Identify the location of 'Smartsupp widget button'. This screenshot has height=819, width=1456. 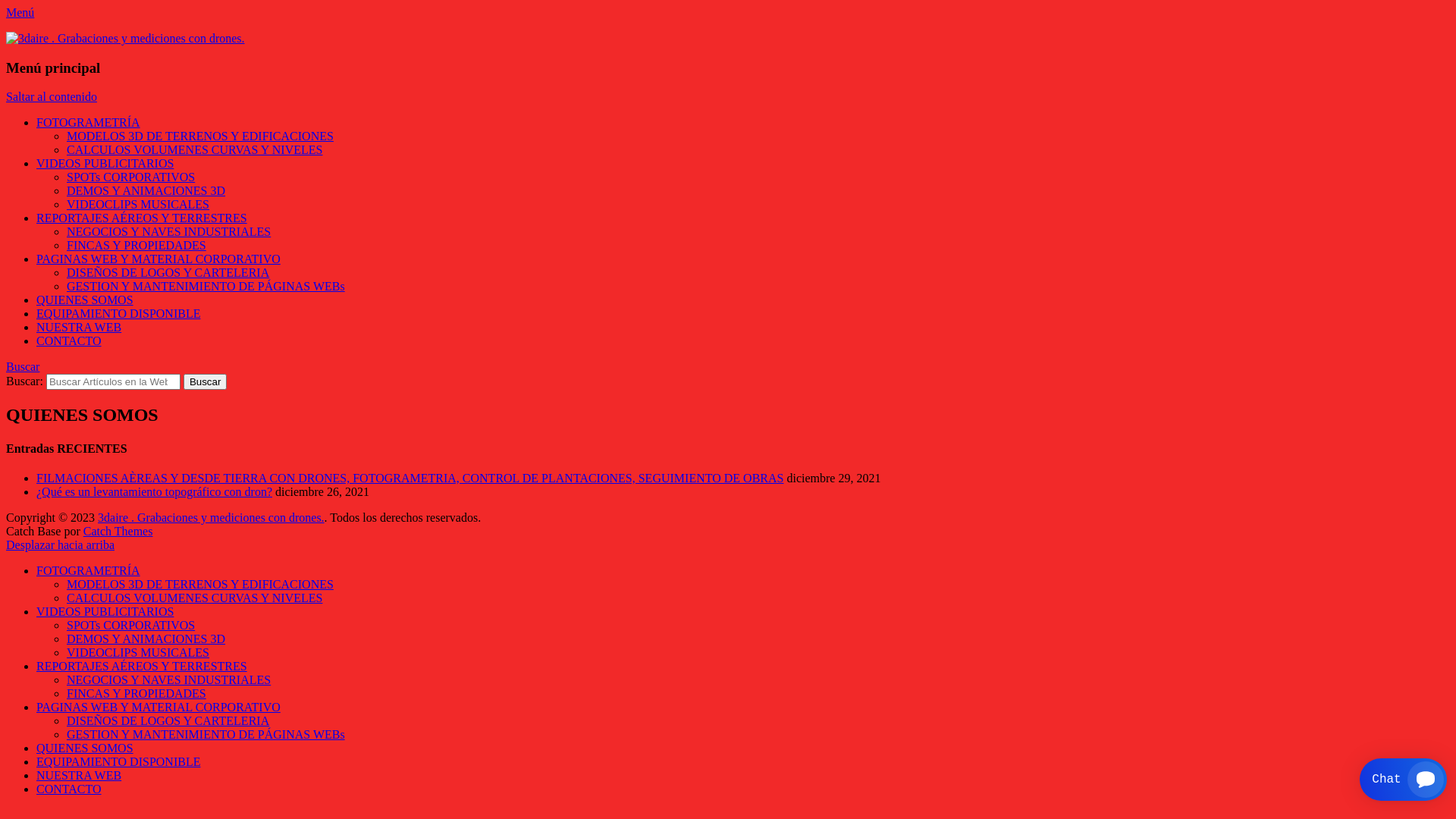
(1402, 780).